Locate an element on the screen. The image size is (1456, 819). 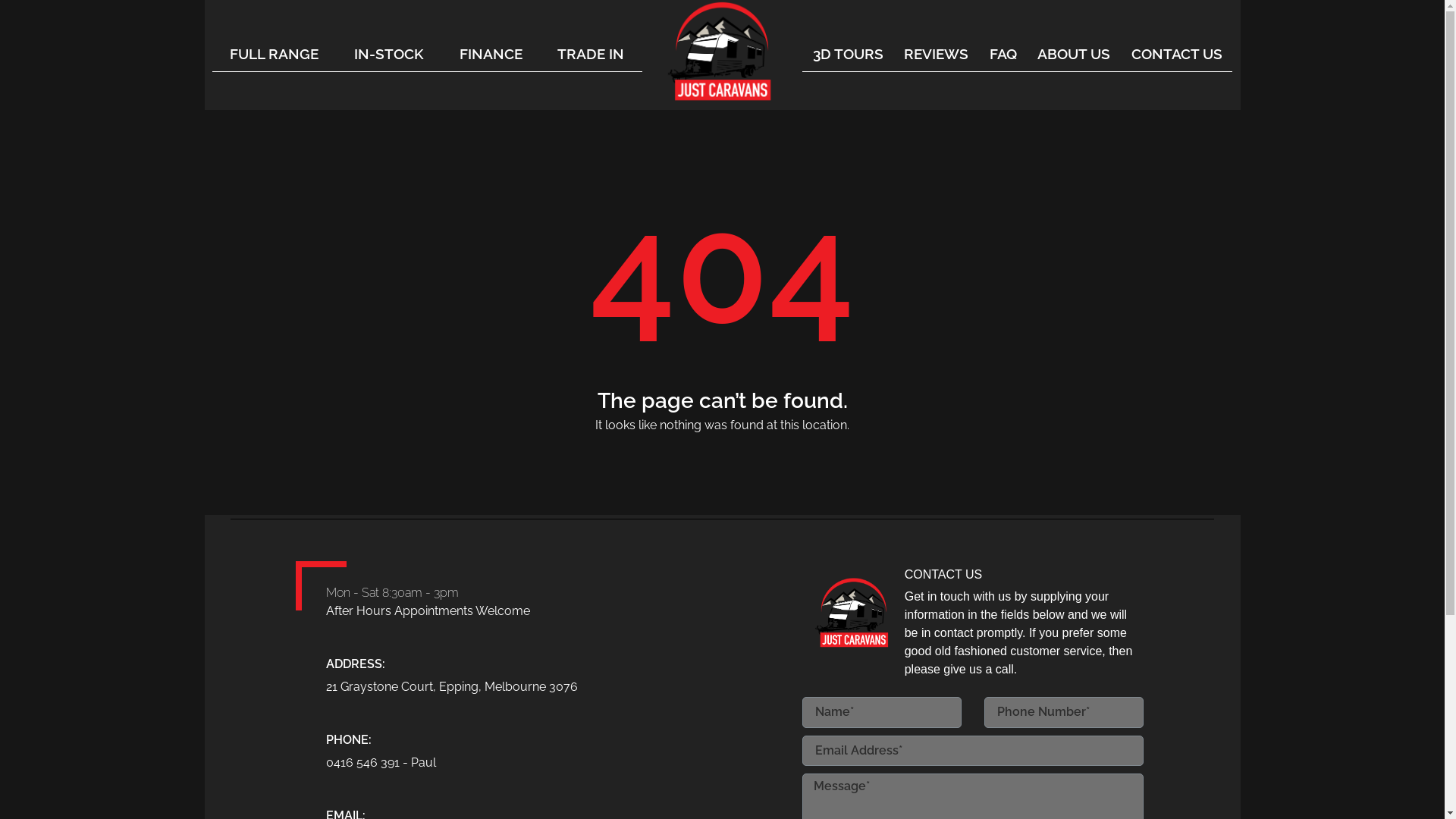
'FULL RANGE' is located at coordinates (274, 52).